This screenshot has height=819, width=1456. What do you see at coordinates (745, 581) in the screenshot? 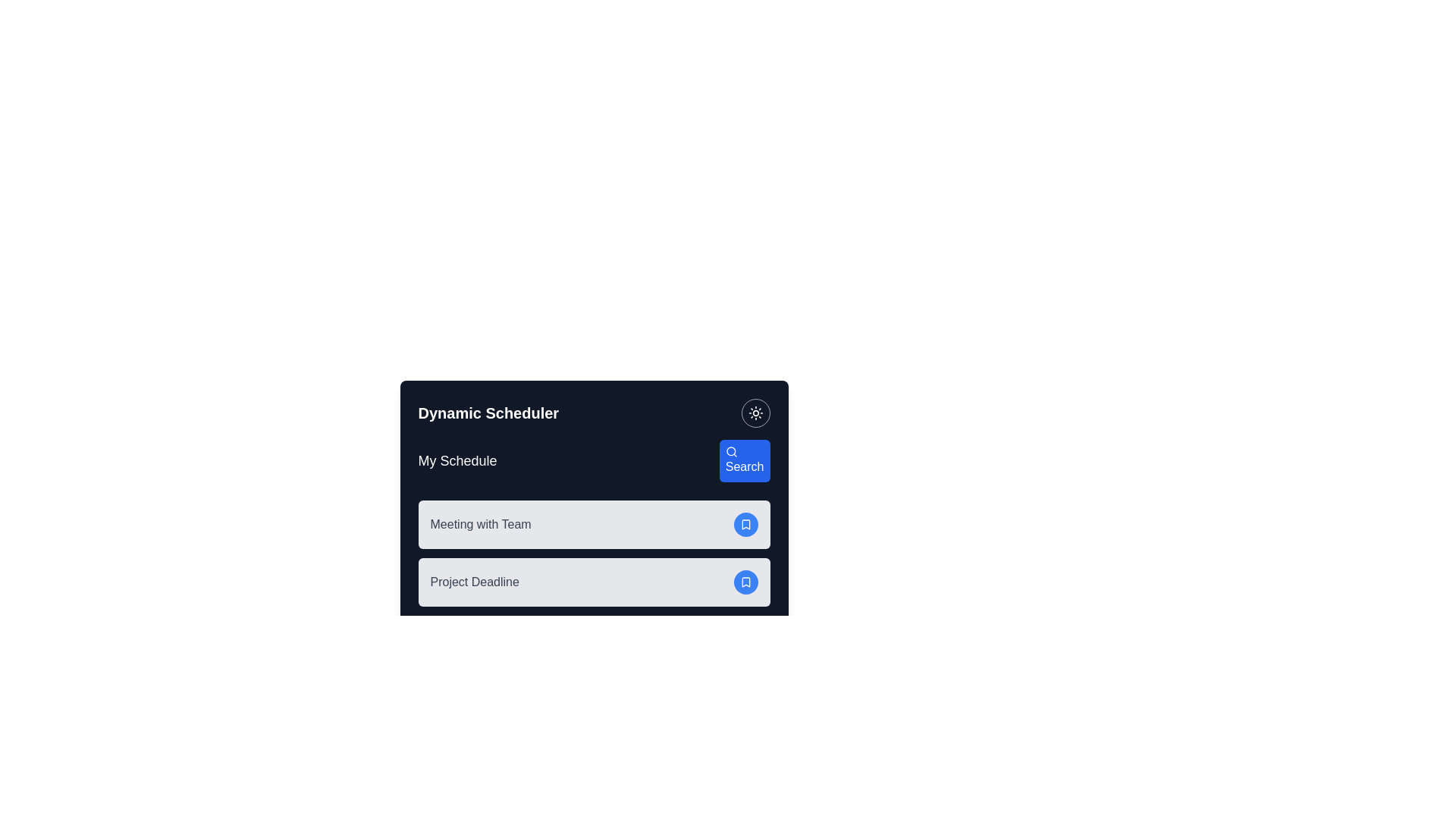
I see `the bookmark icon, which is an outlined graphic with pointed ends, filled with white and enclosed within a blue circular background, located at the far-right of the 'Project Deadline' list item` at bounding box center [745, 581].